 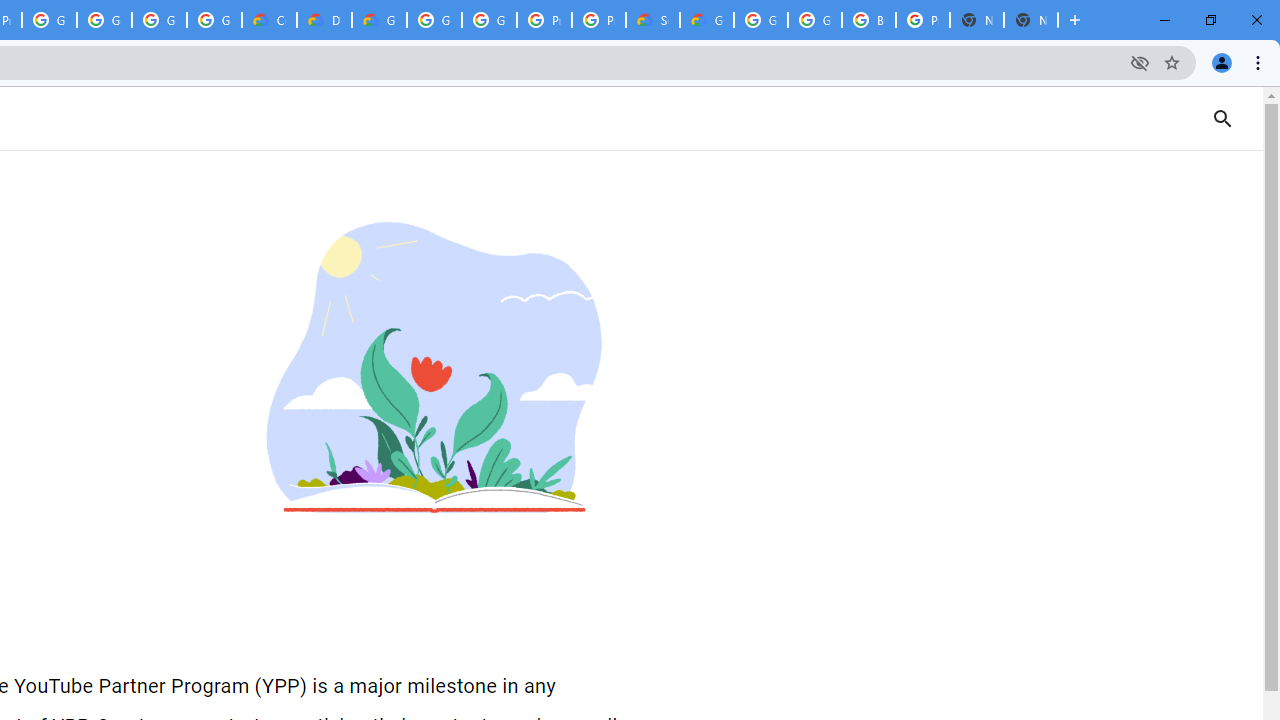 I want to click on 'New Tab', so click(x=1031, y=20).